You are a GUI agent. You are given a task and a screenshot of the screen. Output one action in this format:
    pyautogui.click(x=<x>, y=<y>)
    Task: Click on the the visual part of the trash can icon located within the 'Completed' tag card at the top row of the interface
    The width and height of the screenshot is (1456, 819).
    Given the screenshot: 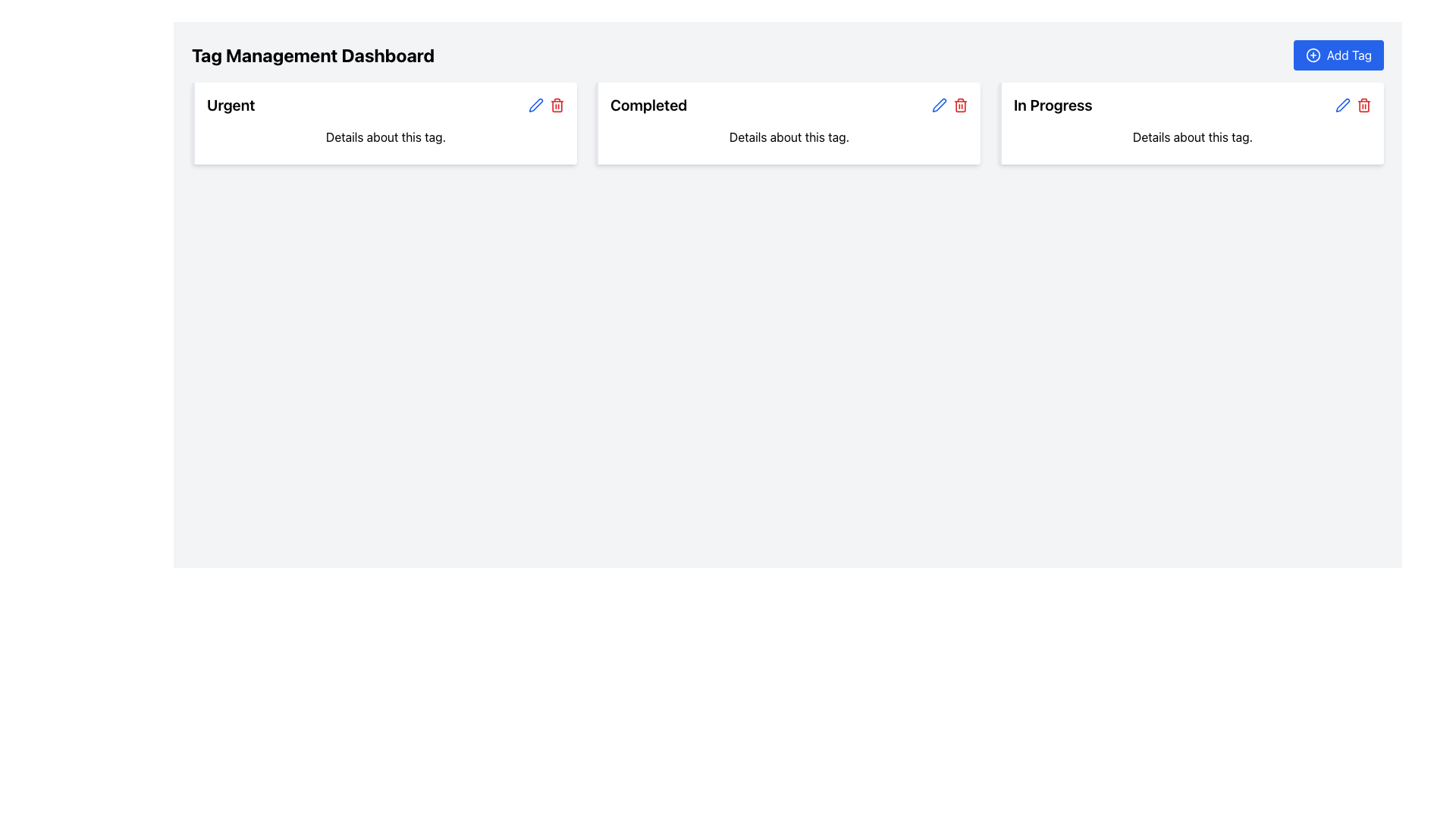 What is the action you would take?
    pyautogui.click(x=960, y=105)
    